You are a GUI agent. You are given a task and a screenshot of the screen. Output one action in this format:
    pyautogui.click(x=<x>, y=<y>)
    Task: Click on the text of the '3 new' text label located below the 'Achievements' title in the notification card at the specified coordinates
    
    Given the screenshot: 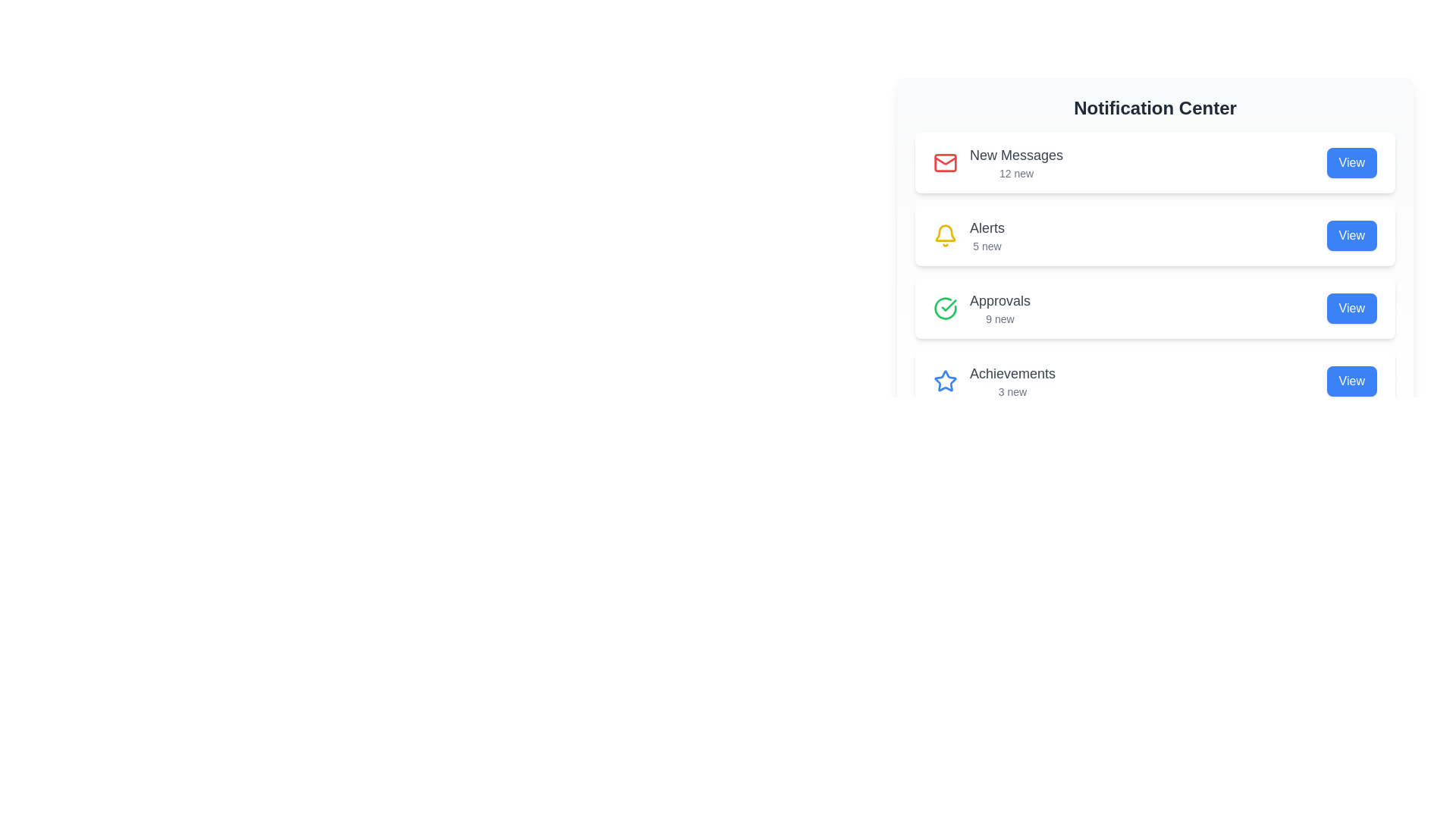 What is the action you would take?
    pyautogui.click(x=1012, y=391)
    